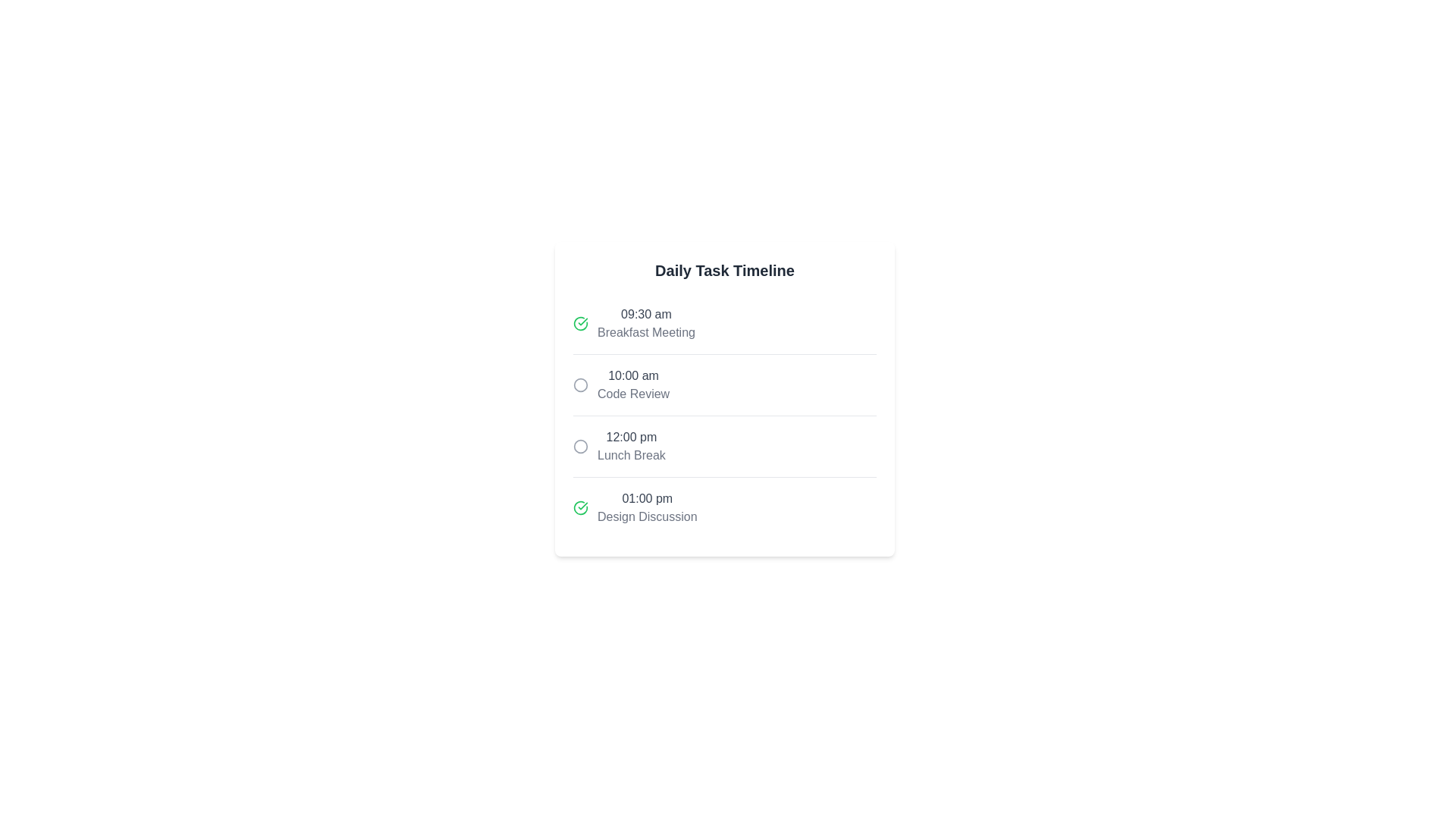  I want to click on the text label displaying '12:00 pm', which is styled in gray and is positioned between '10:00 am Code Review' and '01:00 pm Design Discussion', so click(631, 437).